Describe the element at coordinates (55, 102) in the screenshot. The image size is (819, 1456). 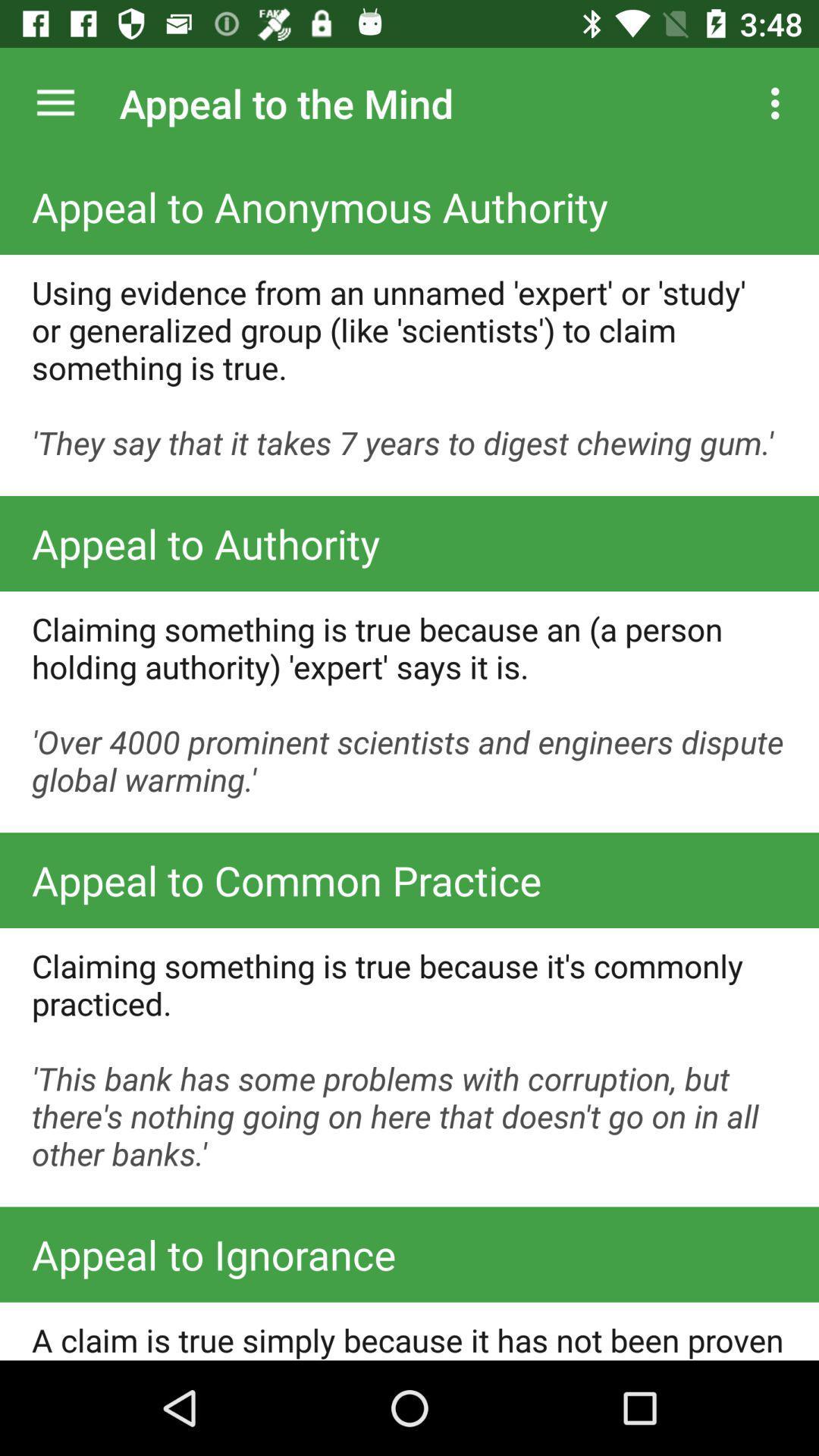
I see `the icon at the top left corner` at that location.